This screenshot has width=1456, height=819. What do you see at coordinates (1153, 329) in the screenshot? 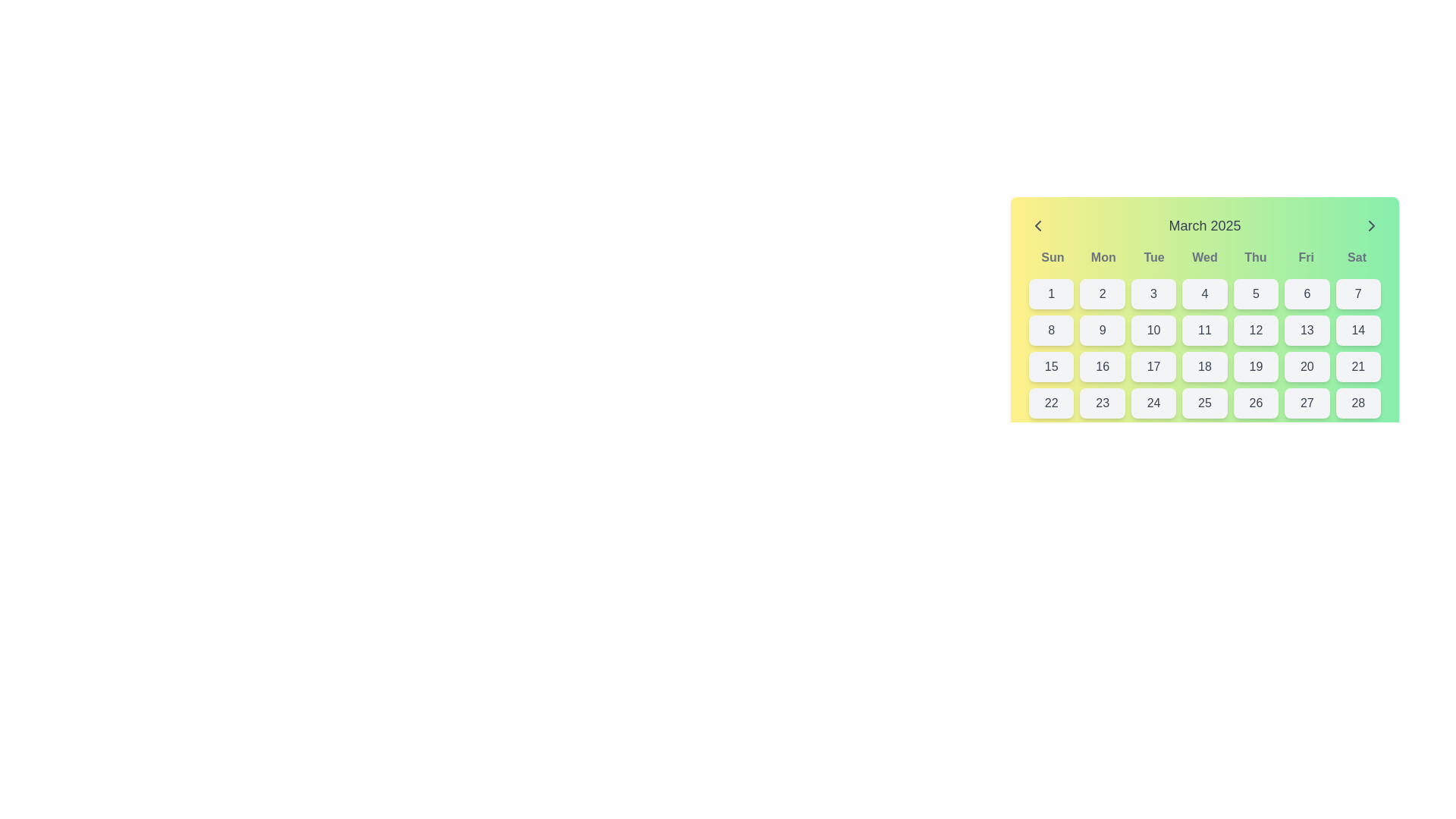
I see `the button displaying the number '10', which has a rectangular shape with rounded corners and a light gray background, located in the second row and third column of the calendar grid` at bounding box center [1153, 329].